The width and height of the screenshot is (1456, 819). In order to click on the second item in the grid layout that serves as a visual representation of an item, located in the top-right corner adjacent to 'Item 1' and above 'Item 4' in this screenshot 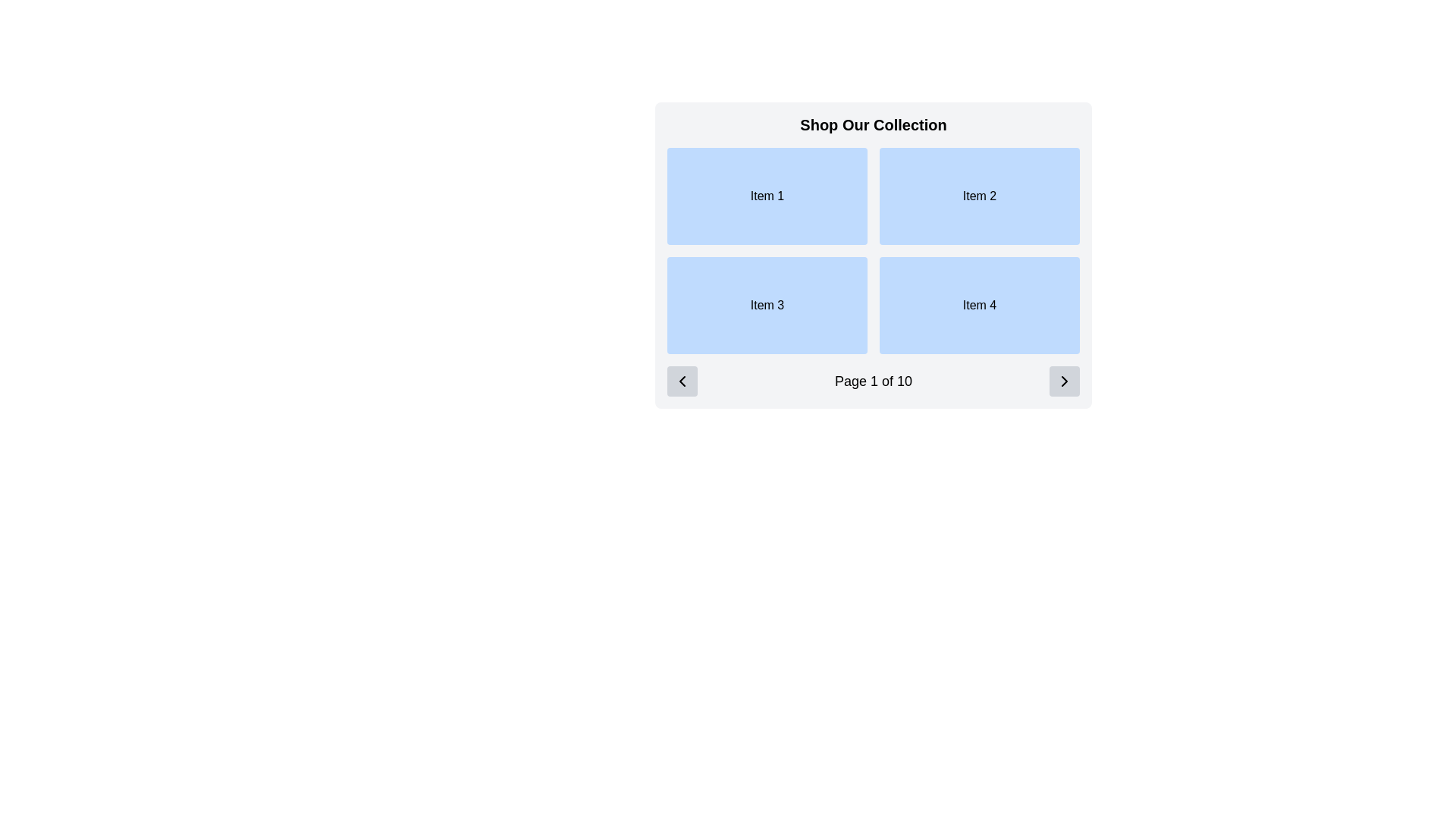, I will do `click(979, 195)`.